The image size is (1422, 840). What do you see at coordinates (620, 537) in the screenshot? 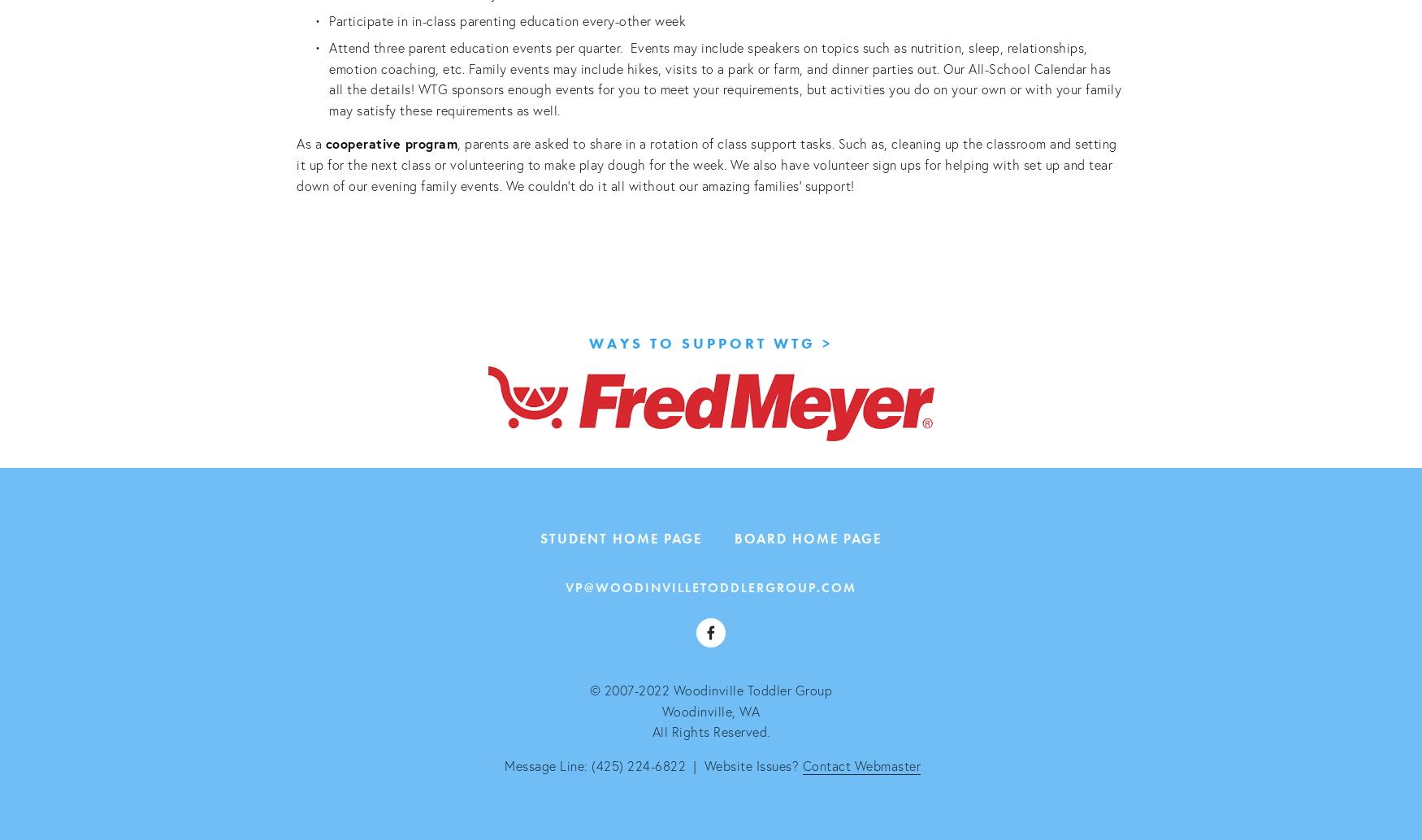
I see `'Student Home Page'` at bounding box center [620, 537].